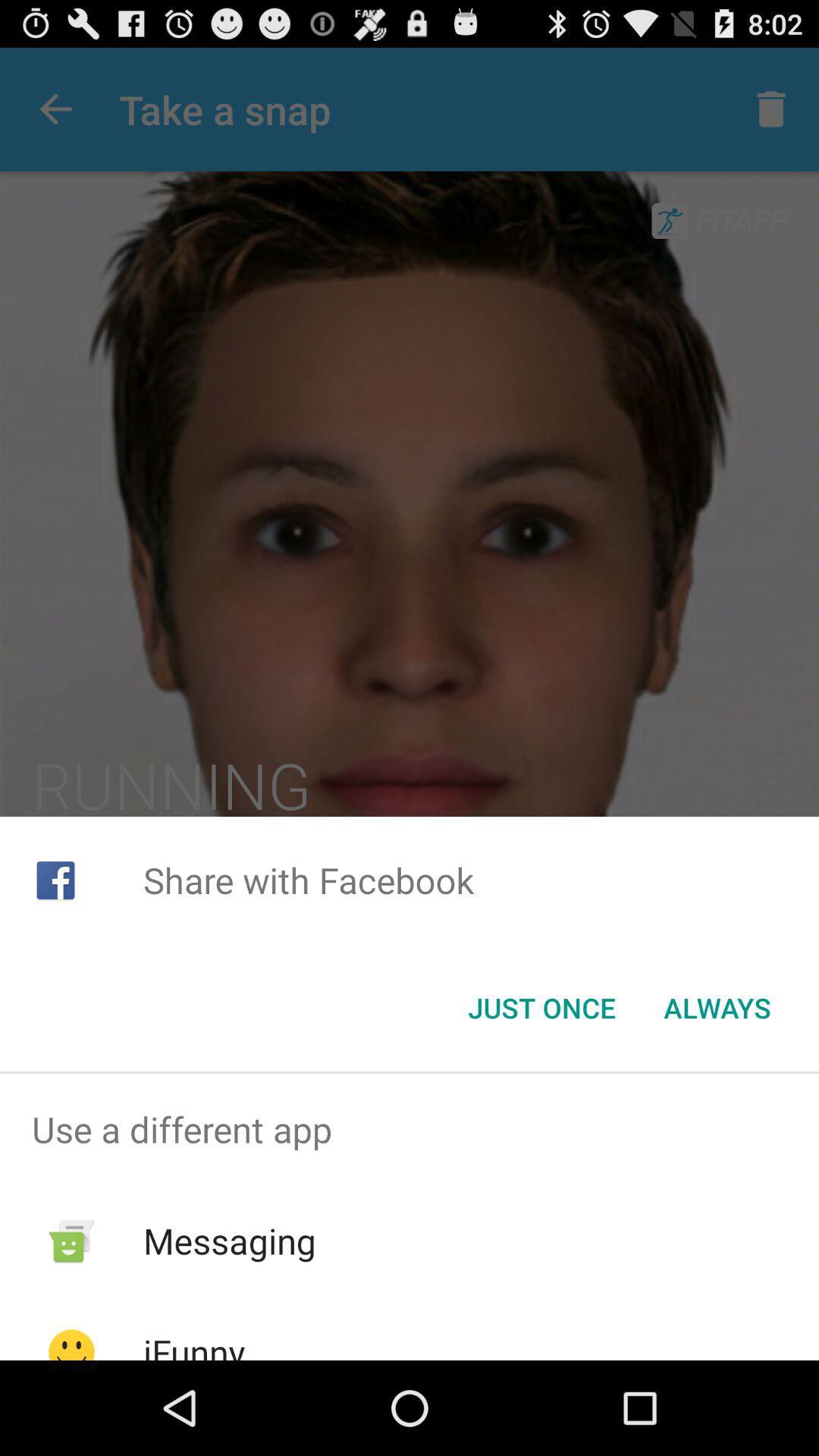 The height and width of the screenshot is (1456, 819). I want to click on icon above the ifunny item, so click(230, 1241).